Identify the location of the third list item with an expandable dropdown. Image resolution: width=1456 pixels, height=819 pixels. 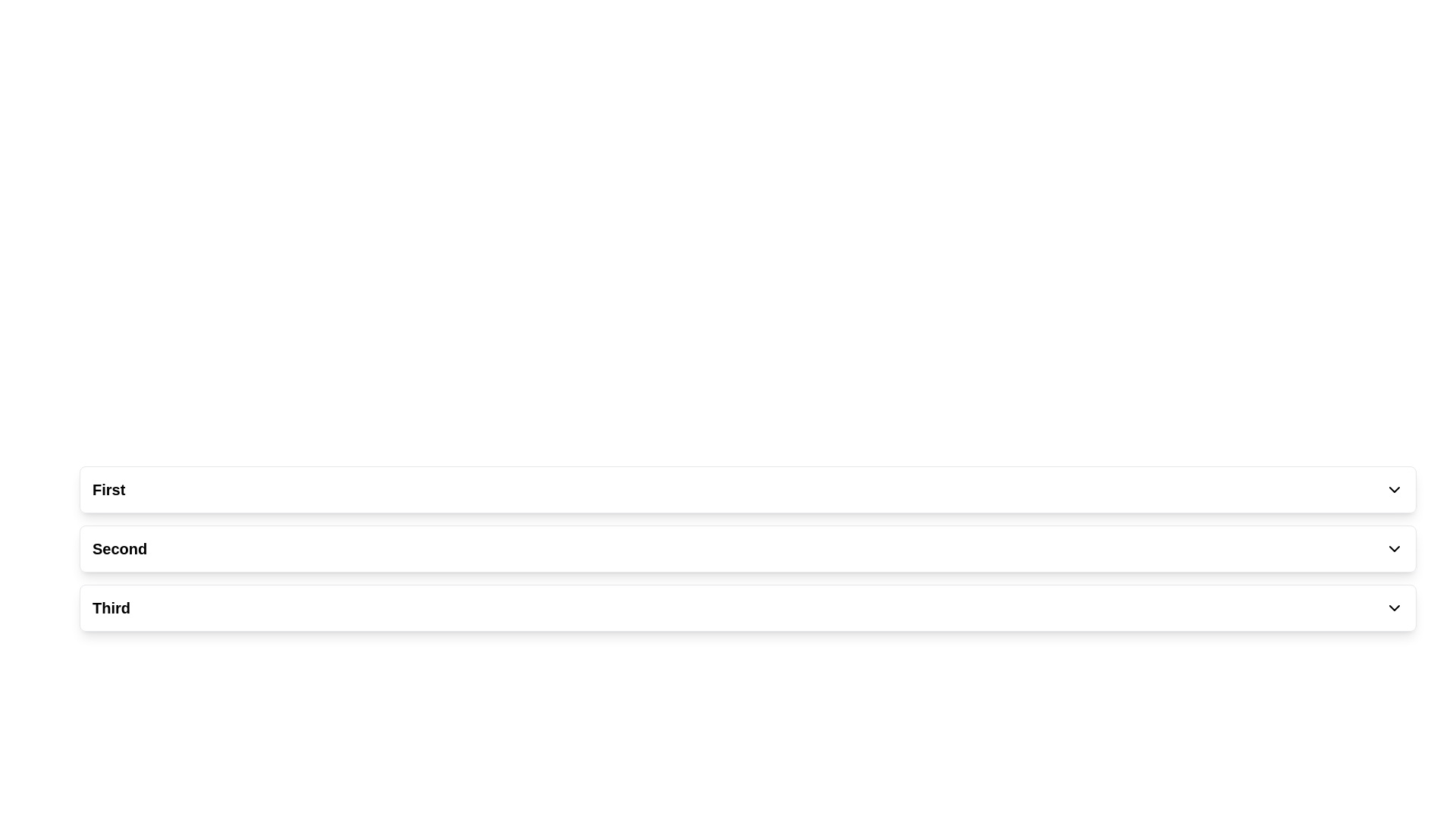
(748, 607).